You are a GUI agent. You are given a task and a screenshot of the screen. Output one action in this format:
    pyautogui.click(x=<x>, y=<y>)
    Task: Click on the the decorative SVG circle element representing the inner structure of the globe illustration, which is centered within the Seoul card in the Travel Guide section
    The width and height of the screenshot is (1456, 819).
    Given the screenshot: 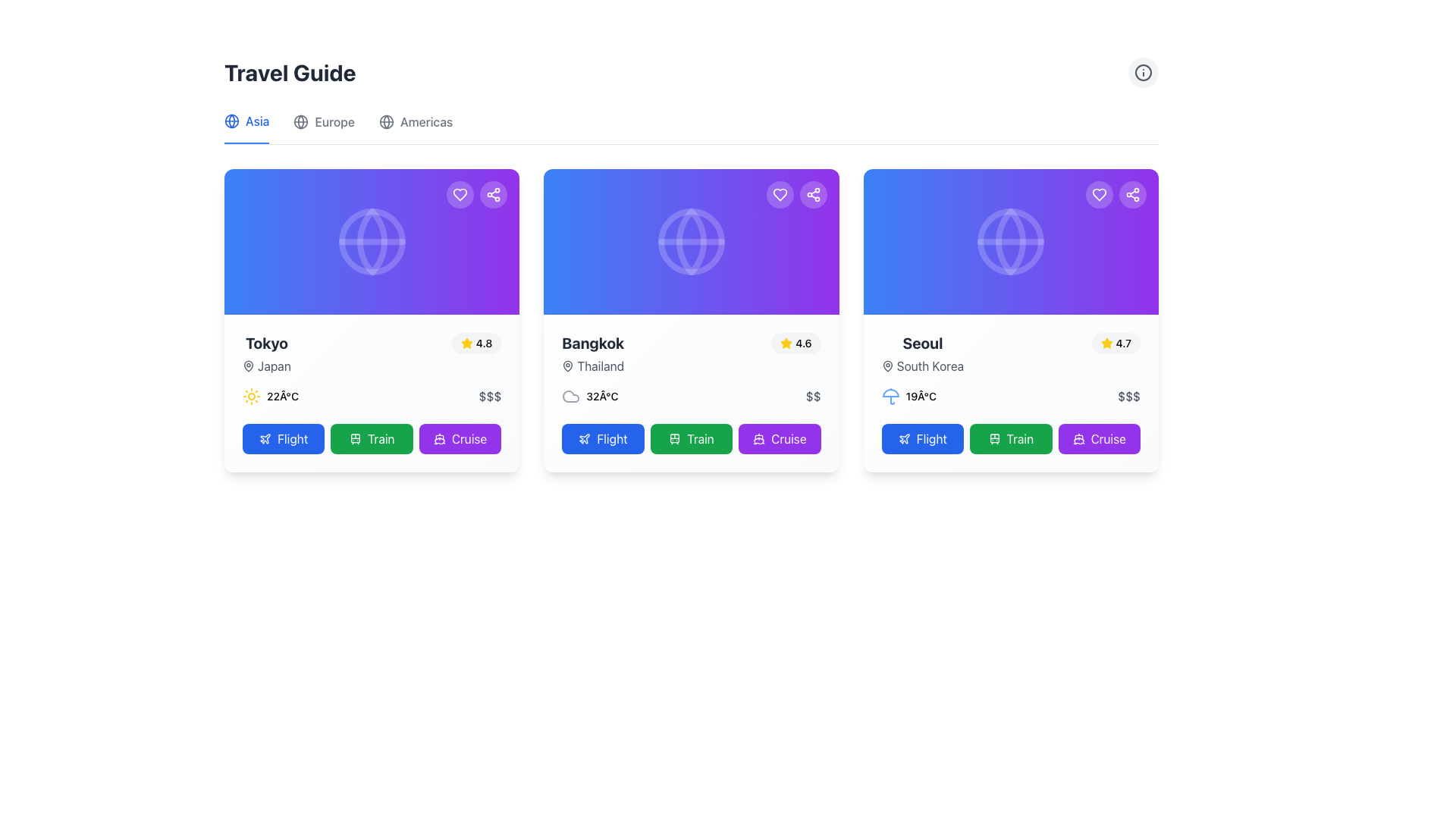 What is the action you would take?
    pyautogui.click(x=1011, y=241)
    